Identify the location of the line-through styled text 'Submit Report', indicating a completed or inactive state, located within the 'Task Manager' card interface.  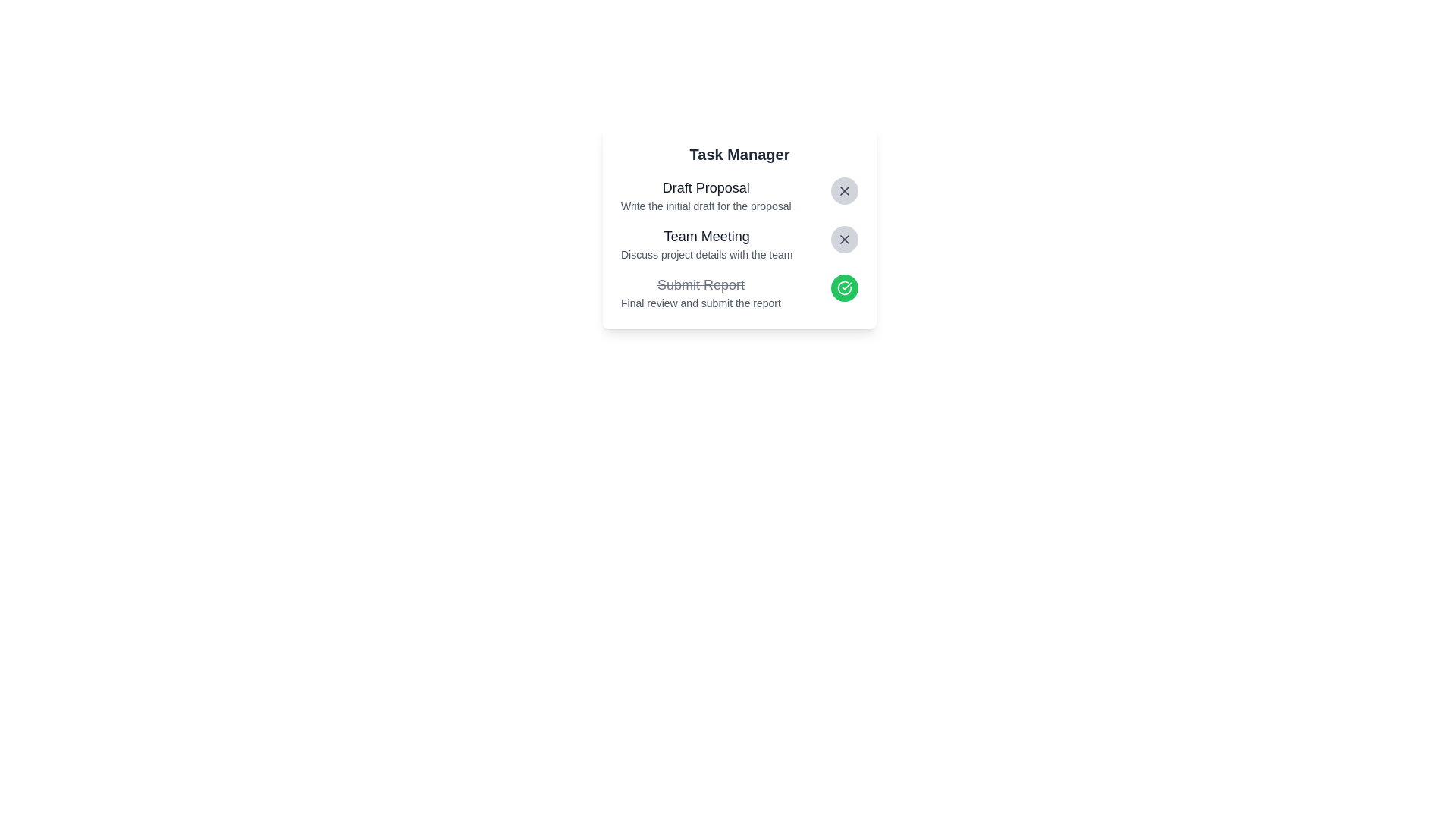
(700, 284).